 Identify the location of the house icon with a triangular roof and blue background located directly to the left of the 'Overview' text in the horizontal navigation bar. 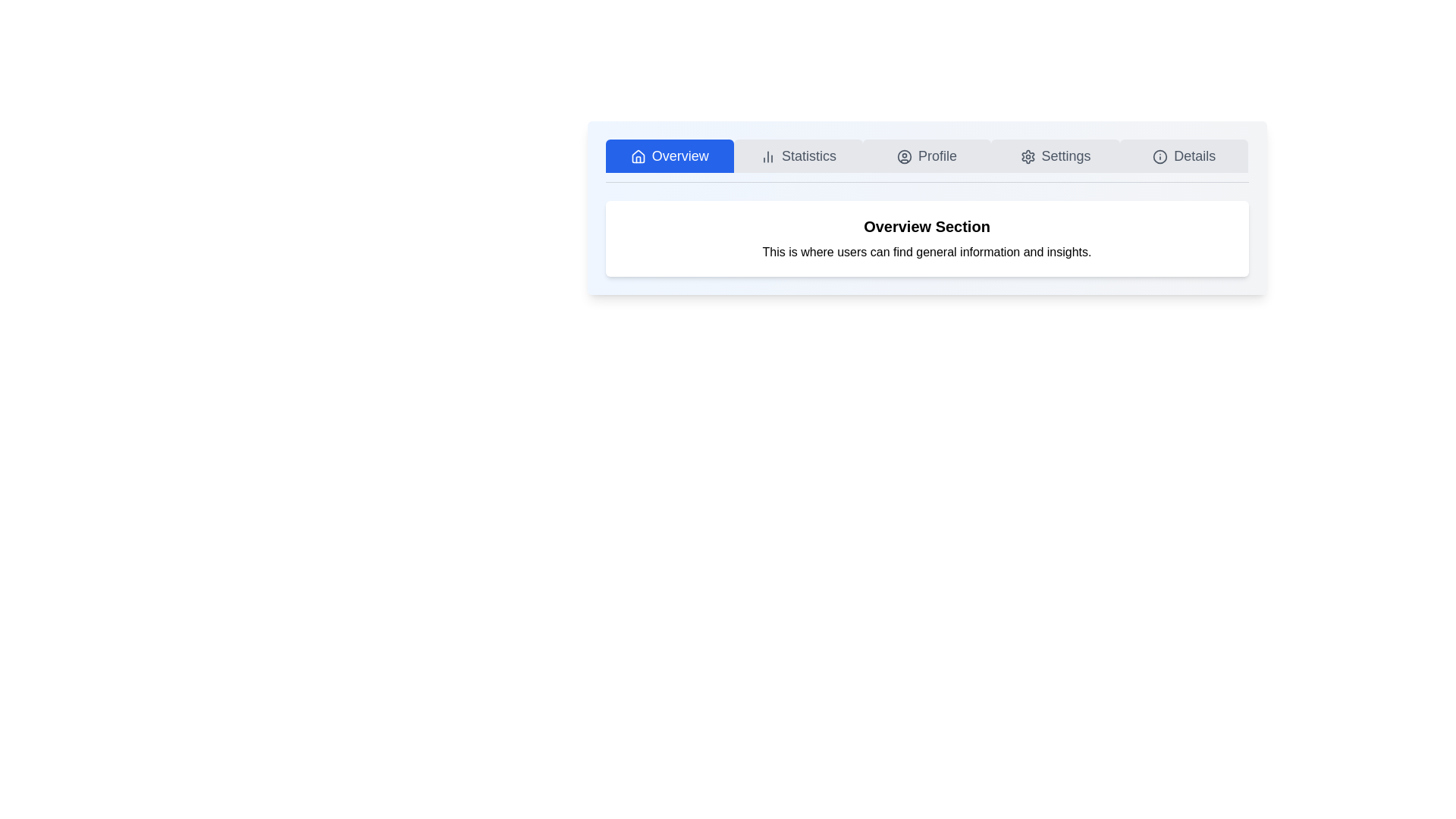
(638, 156).